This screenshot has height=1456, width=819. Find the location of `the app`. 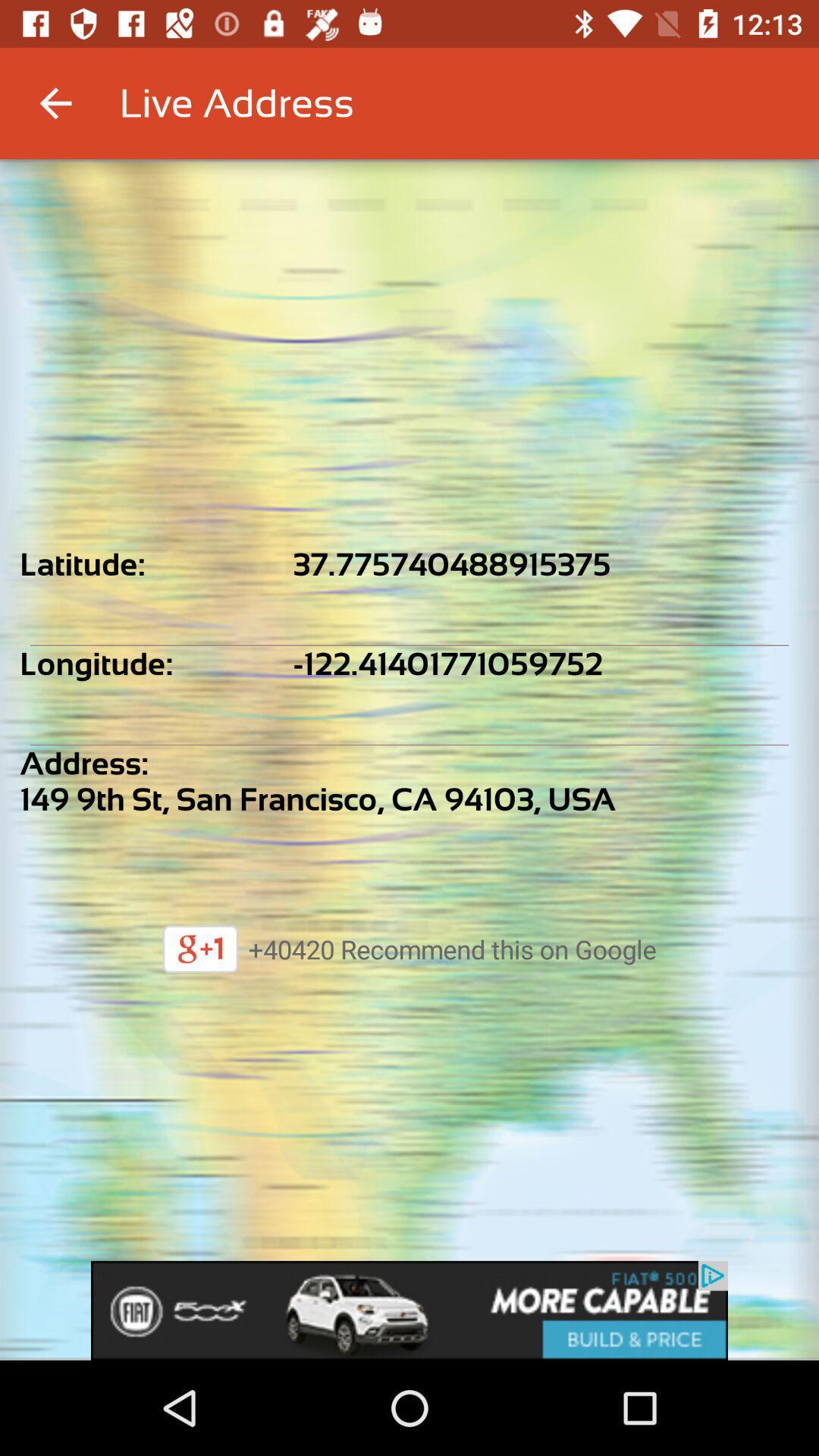

the app is located at coordinates (409, 1310).